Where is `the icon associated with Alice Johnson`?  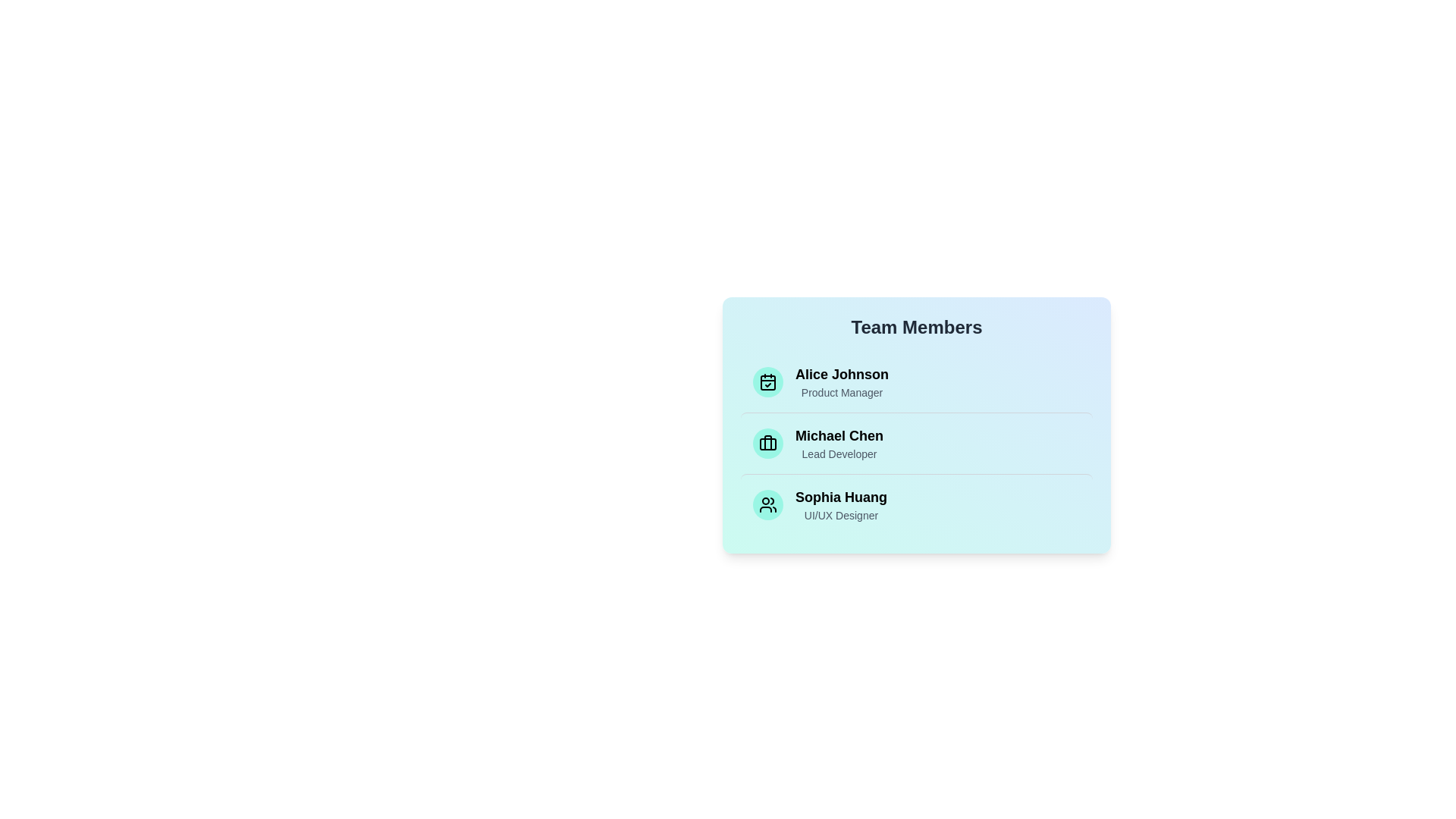
the icon associated with Alice Johnson is located at coordinates (767, 381).